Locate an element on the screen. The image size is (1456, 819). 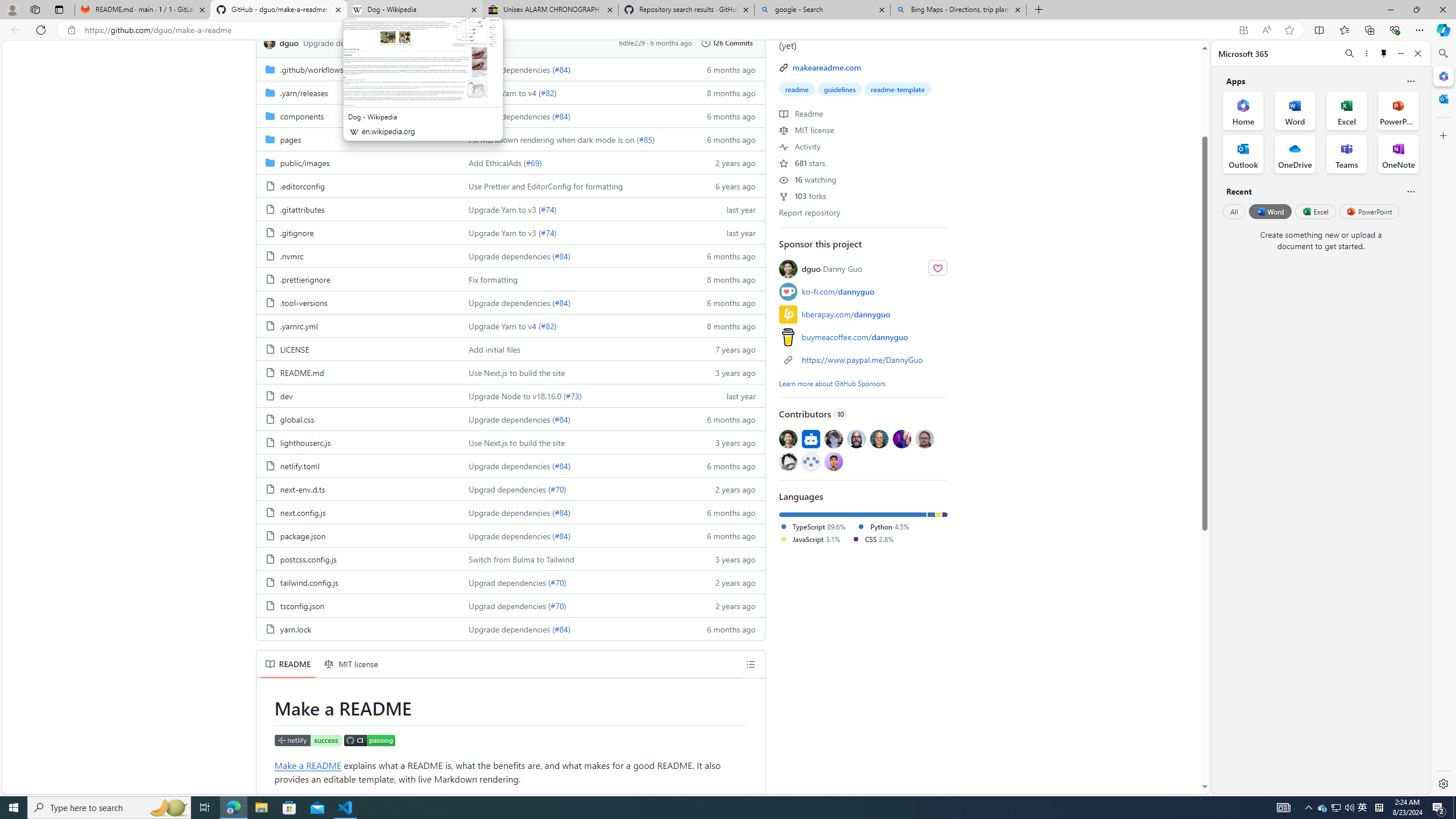
'Report repository' is located at coordinates (809, 211).